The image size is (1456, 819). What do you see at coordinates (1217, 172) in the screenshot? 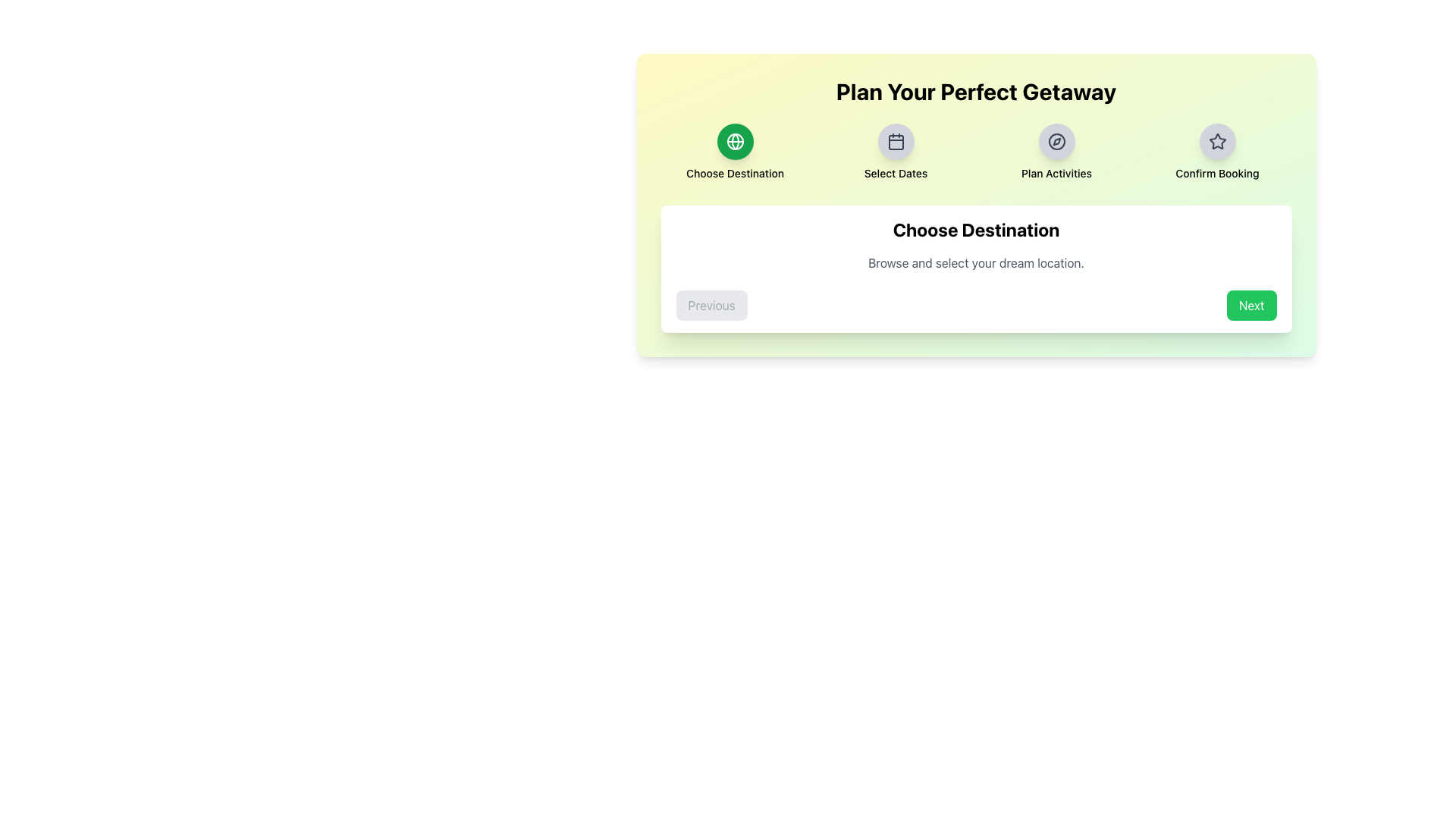
I see `the 'Confirm Booking' text label, which is displayed in a medium-sized black font below the fourth item in the navigation options of the 'Plan Your Perfect Getaway' section` at bounding box center [1217, 172].